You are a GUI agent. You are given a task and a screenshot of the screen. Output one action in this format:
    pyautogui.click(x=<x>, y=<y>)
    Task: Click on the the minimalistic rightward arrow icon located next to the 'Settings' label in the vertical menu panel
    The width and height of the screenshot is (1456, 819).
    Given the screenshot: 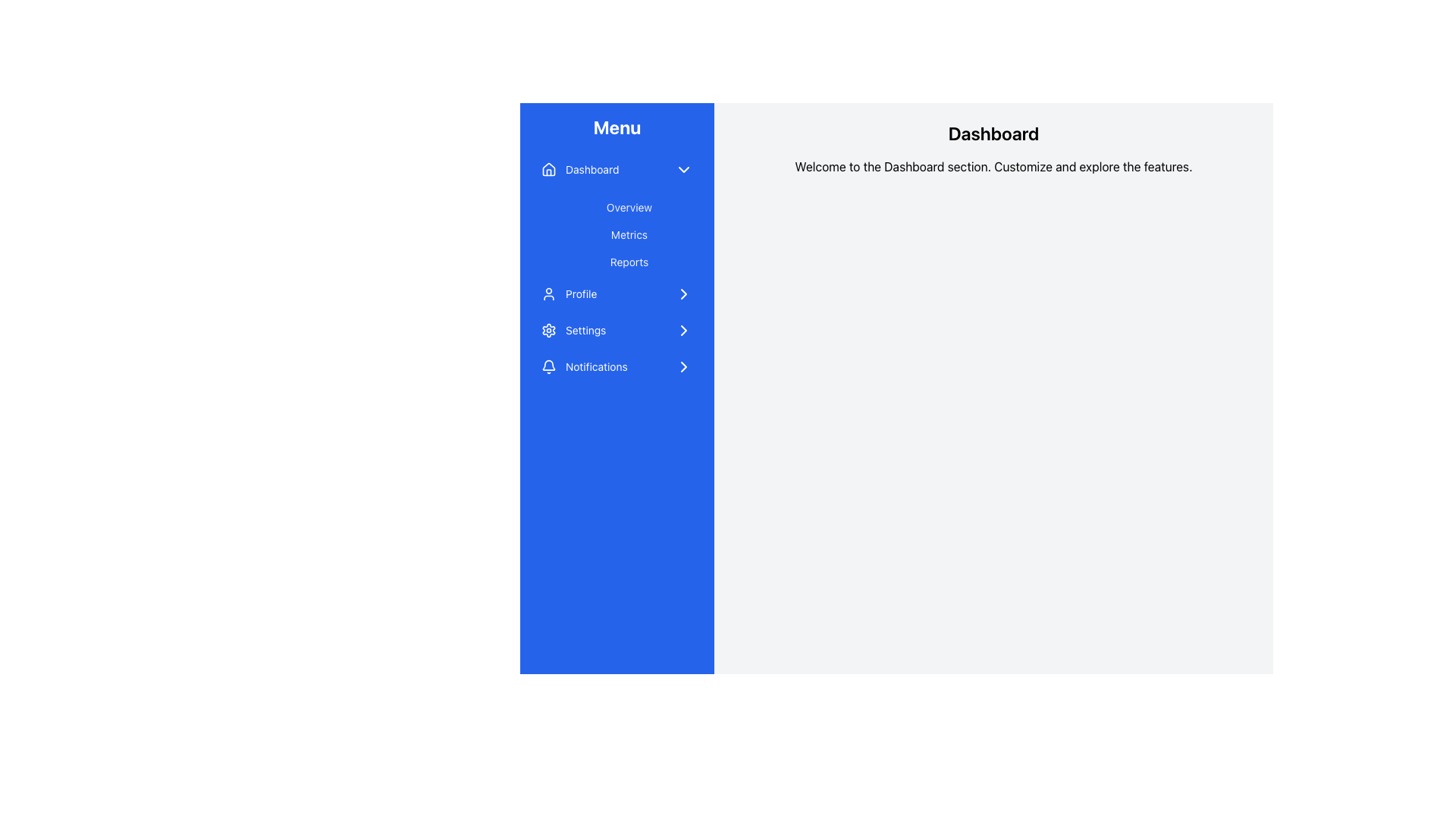 What is the action you would take?
    pyautogui.click(x=683, y=329)
    